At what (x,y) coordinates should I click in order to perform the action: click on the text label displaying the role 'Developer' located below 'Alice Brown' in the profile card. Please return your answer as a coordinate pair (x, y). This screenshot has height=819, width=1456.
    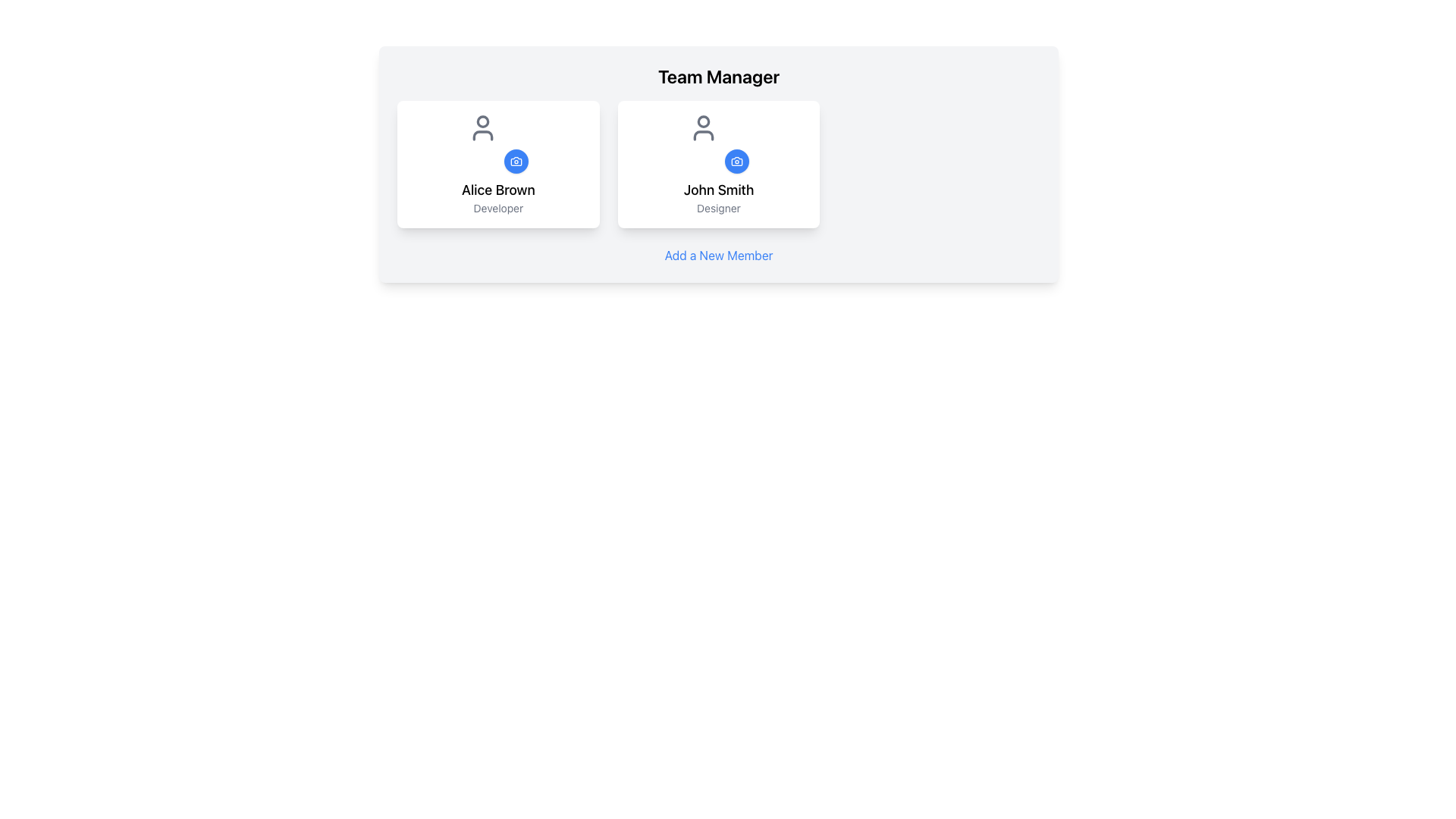
    Looking at the image, I should click on (498, 208).